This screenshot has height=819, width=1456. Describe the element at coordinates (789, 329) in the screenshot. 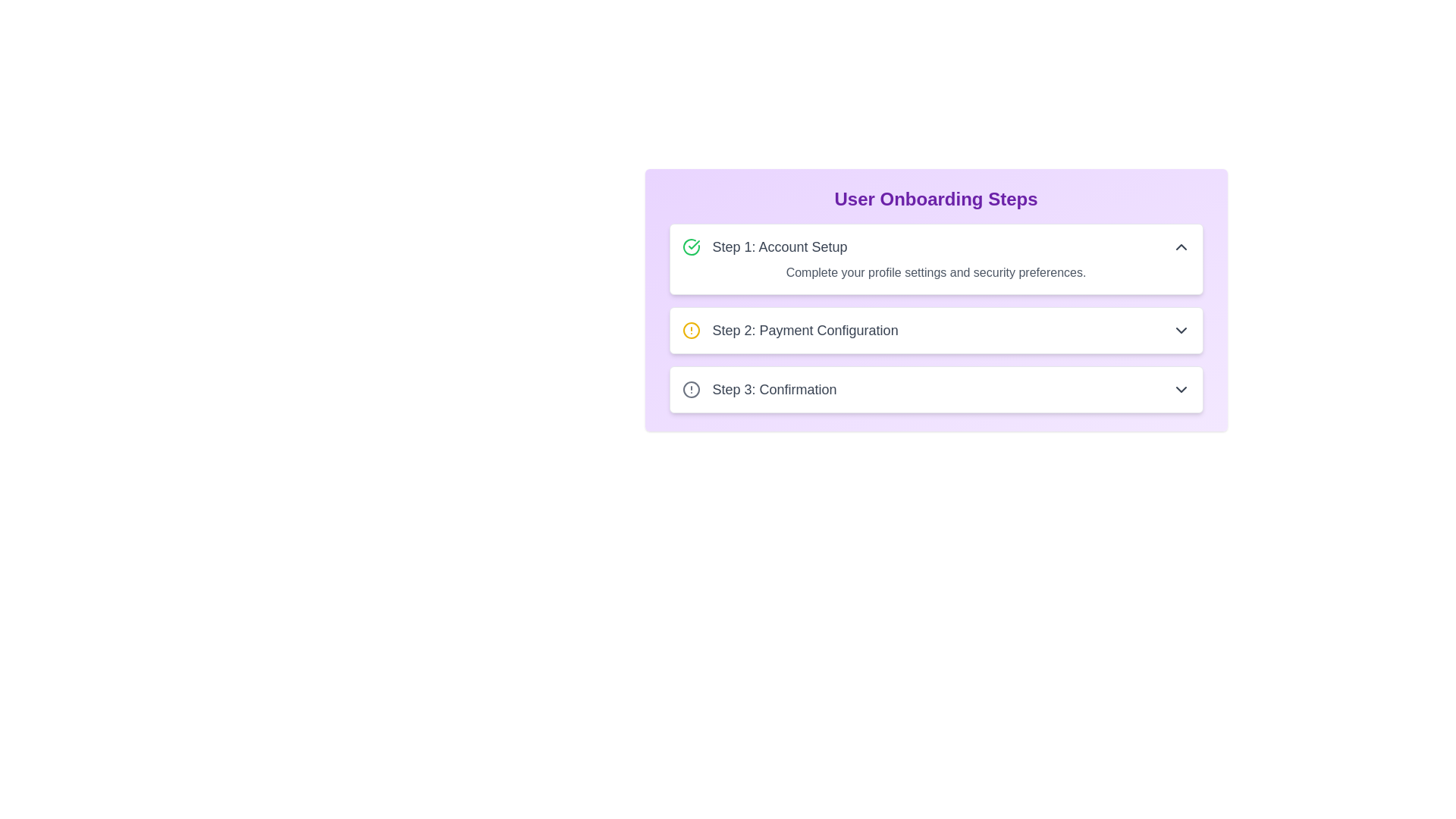

I see `the 'Step 2: Payment Configuration' section in the onboarding process, which features a yellow circle icon with an exclamation mark and is located centrally within a purple background` at that location.